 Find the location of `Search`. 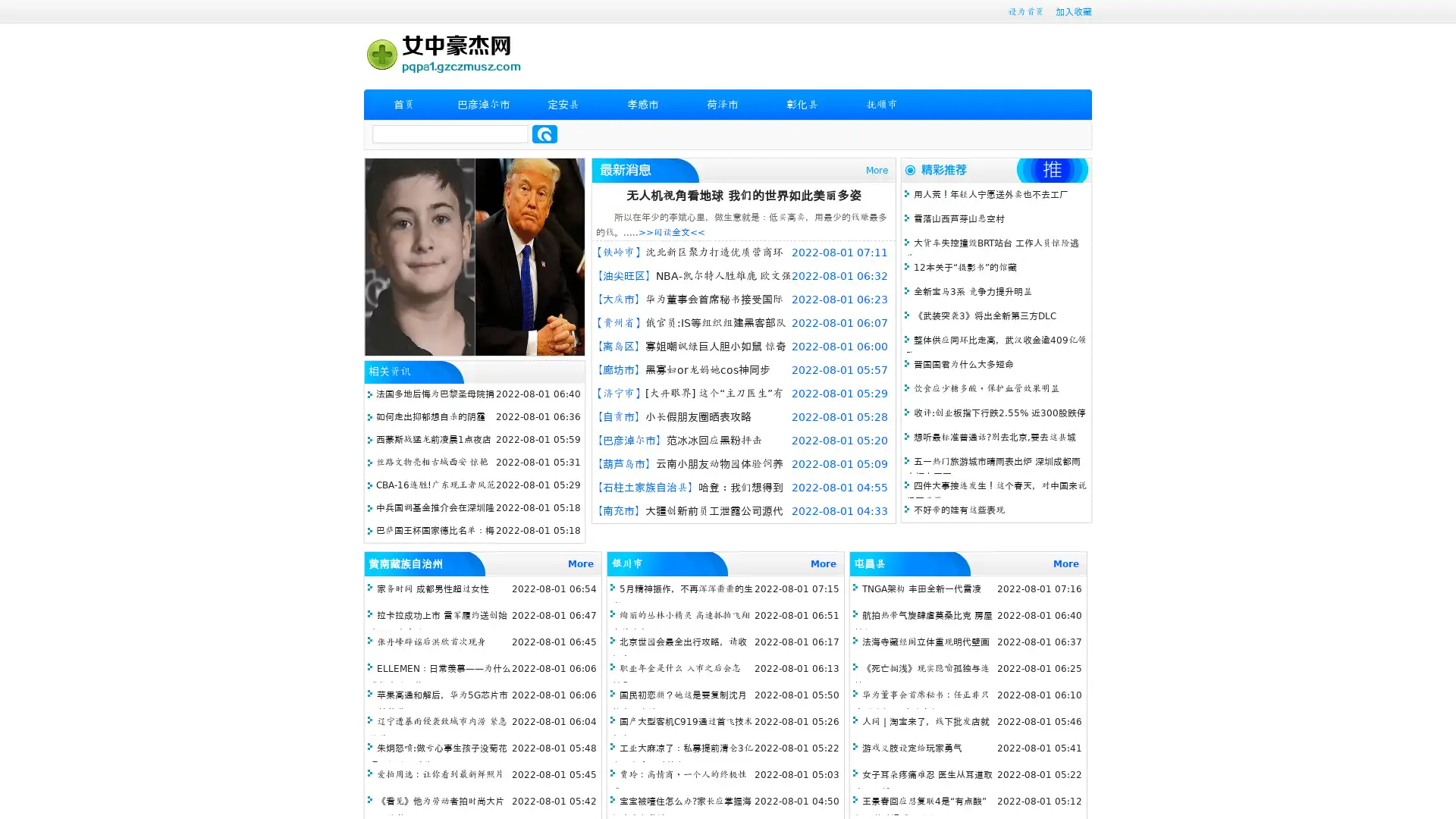

Search is located at coordinates (544, 133).